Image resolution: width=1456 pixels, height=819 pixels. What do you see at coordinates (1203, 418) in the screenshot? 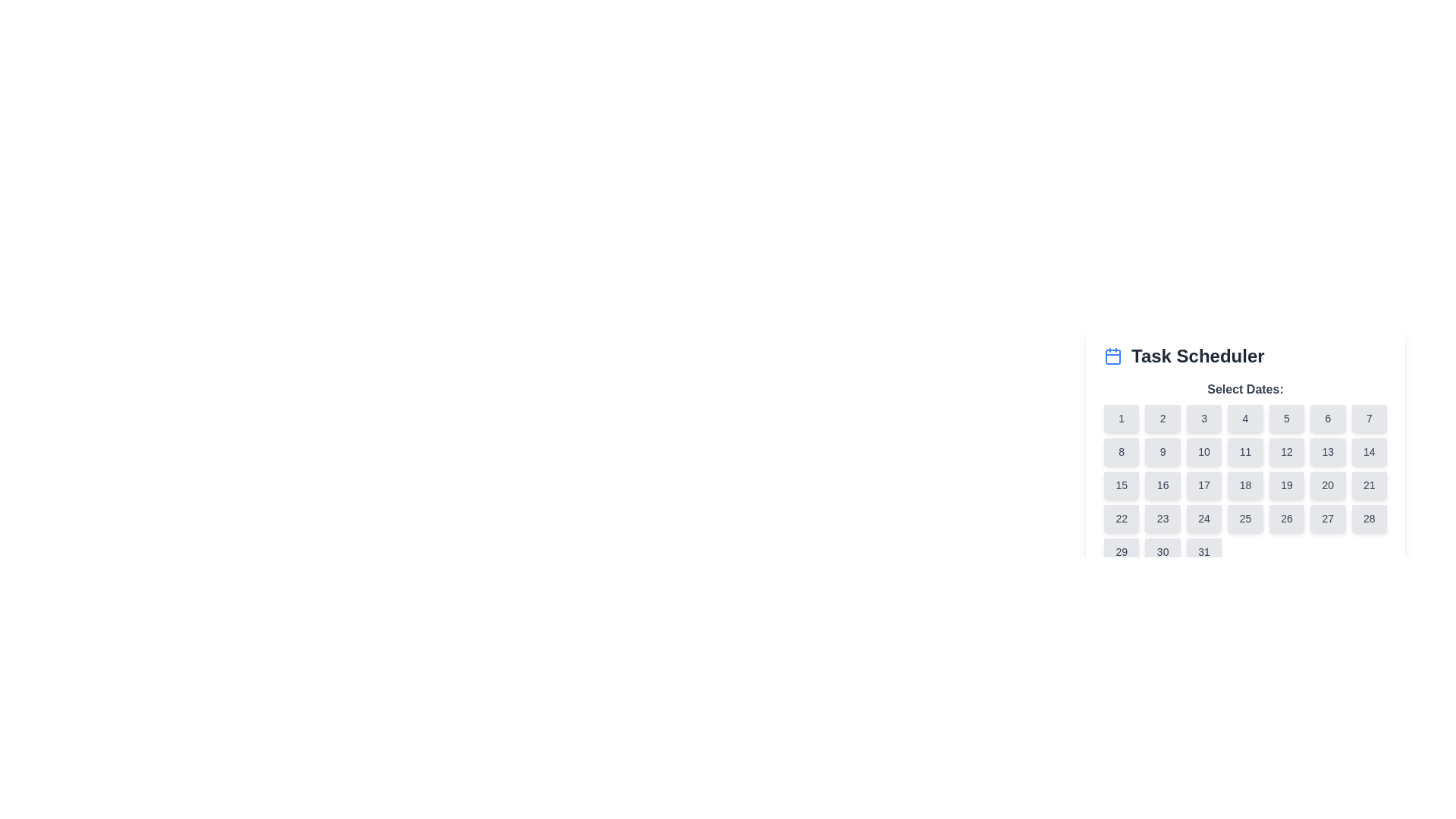
I see `the interactive calendar day button representing the third day in the grid layout of the 'Task Scheduler' calendar interface` at bounding box center [1203, 418].